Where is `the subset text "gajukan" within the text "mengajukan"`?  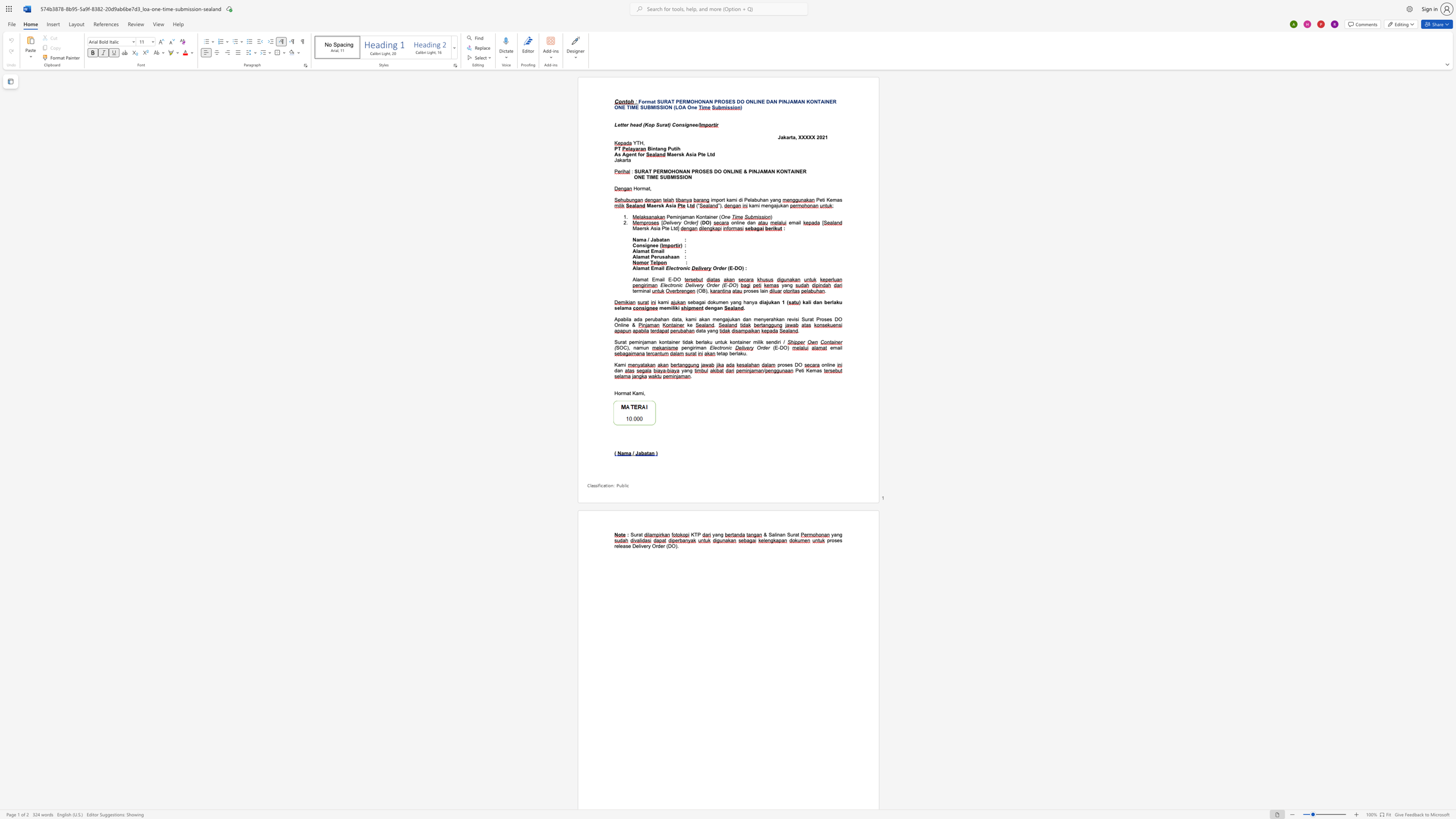 the subset text "gajukan" within the text "mengajukan" is located at coordinates (770, 205).